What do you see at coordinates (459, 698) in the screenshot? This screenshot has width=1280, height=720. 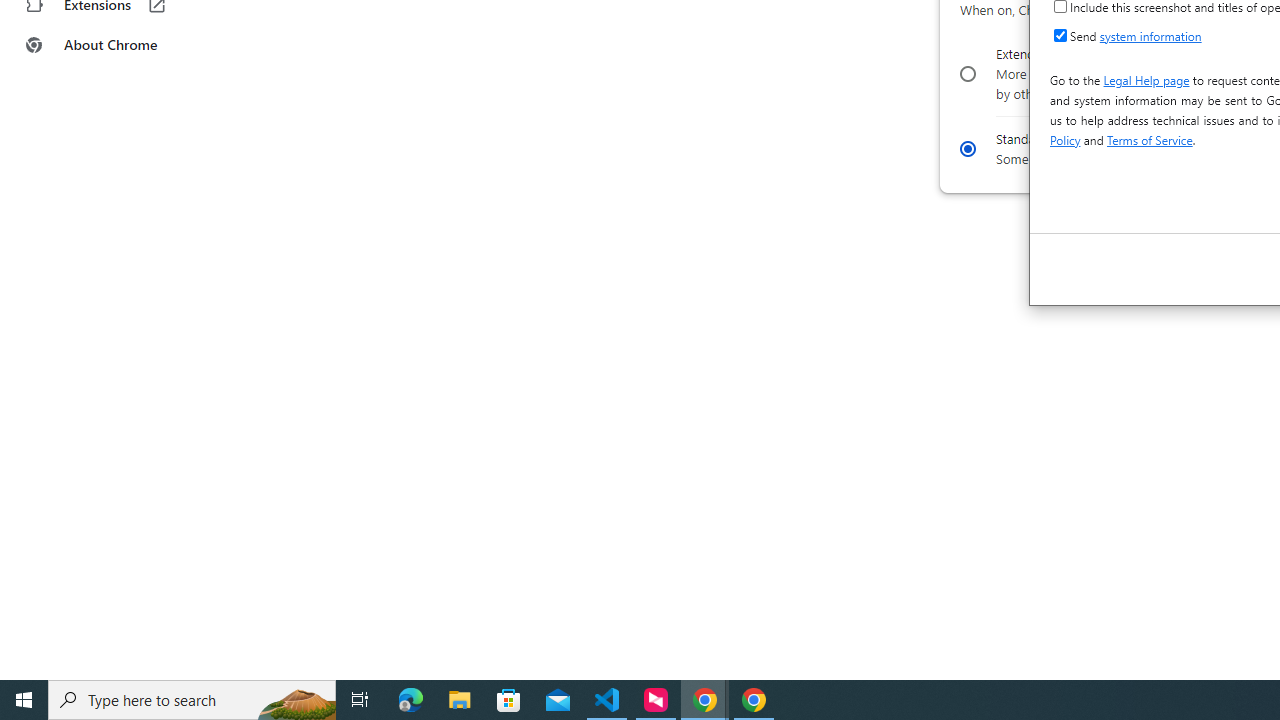 I see `'File Explorer'` at bounding box center [459, 698].